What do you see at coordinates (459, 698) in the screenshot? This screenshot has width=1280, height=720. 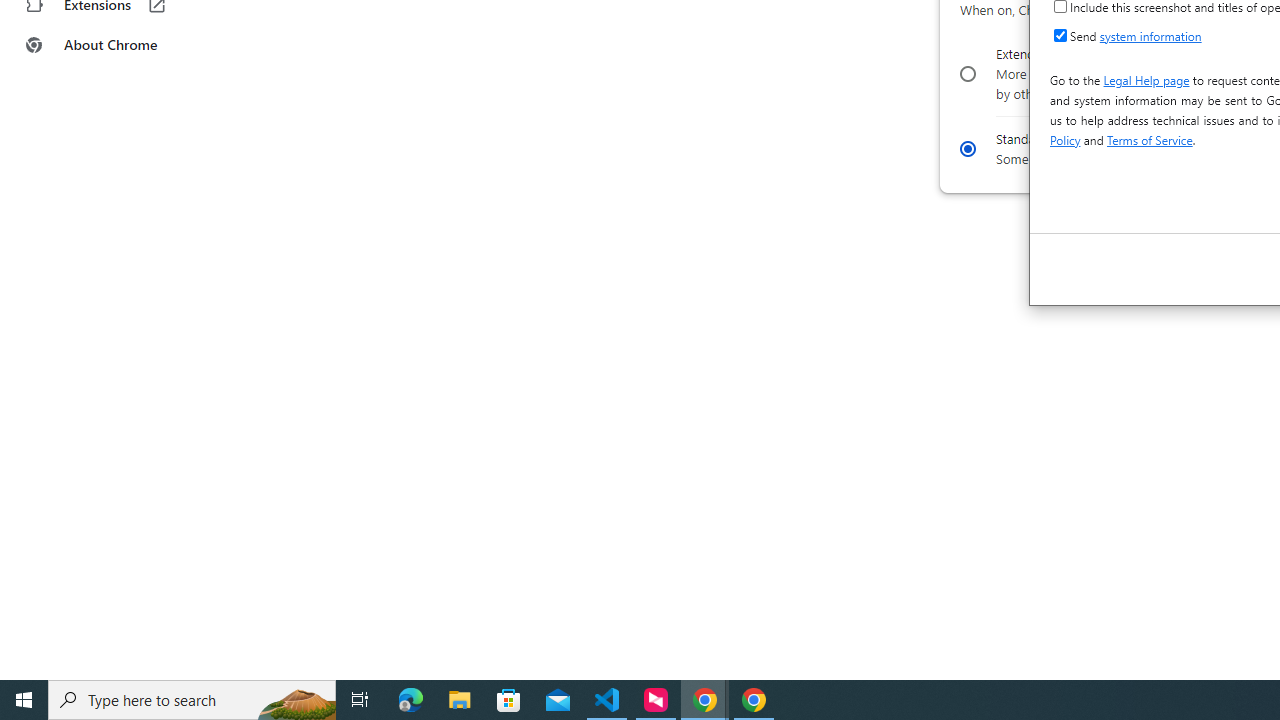 I see `'File Explorer'` at bounding box center [459, 698].